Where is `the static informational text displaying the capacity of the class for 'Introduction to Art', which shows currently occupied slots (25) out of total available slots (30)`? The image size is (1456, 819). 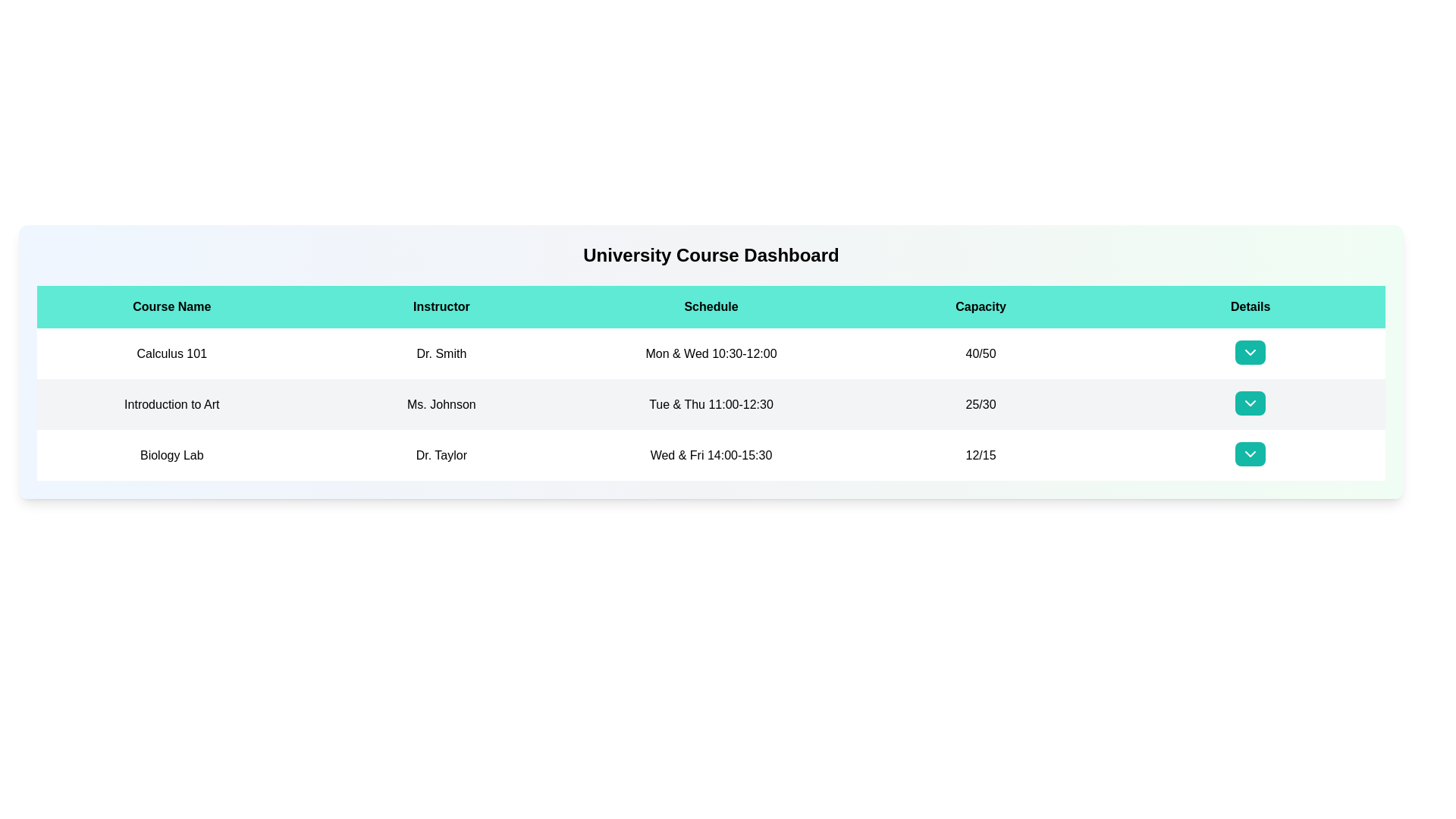
the static informational text displaying the capacity of the class for 'Introduction to Art', which shows currently occupied slots (25) out of total available slots (30) is located at coordinates (981, 403).